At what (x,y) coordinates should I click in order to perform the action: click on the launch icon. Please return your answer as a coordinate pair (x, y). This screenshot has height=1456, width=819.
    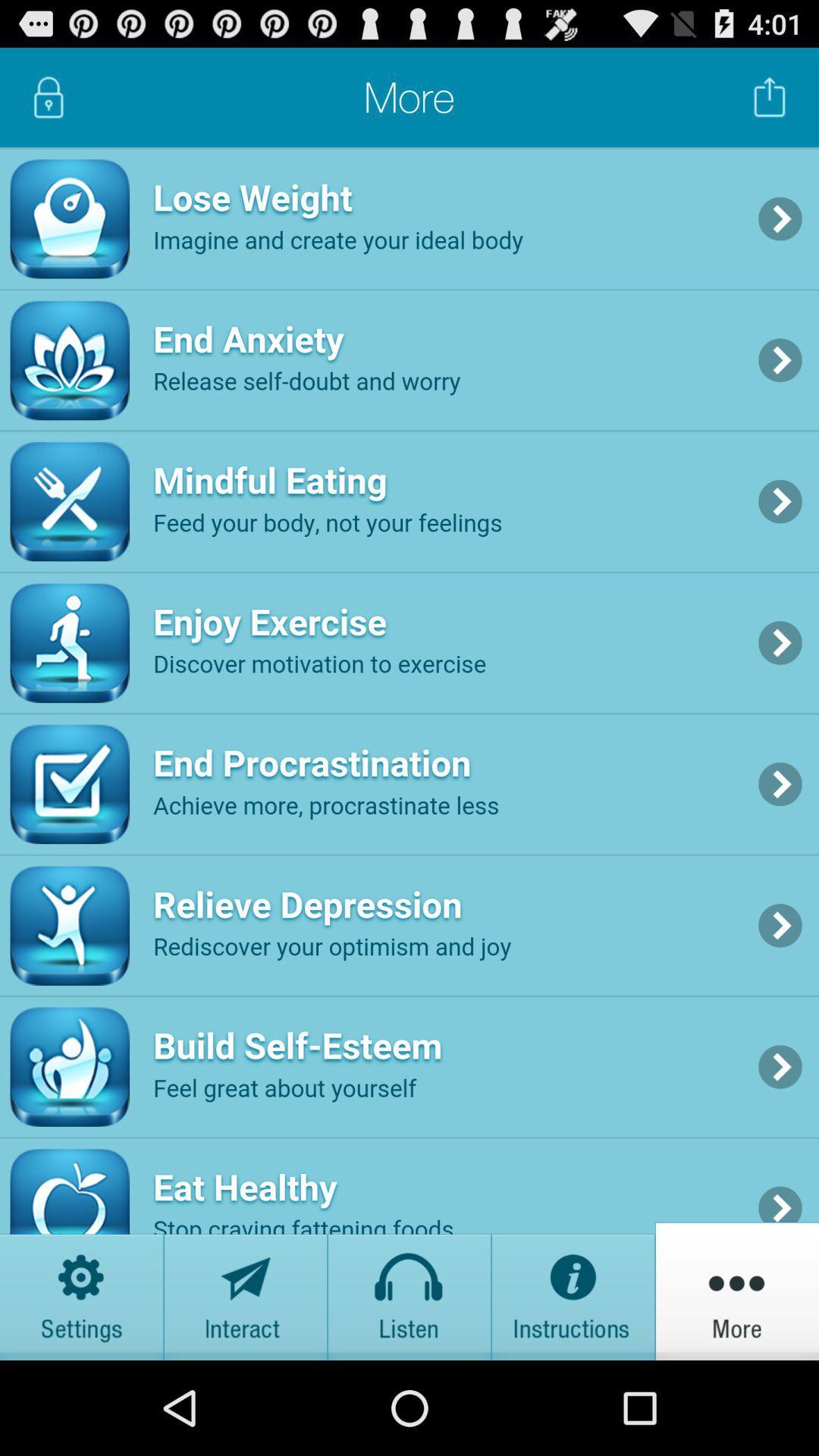
    Looking at the image, I should click on (770, 103).